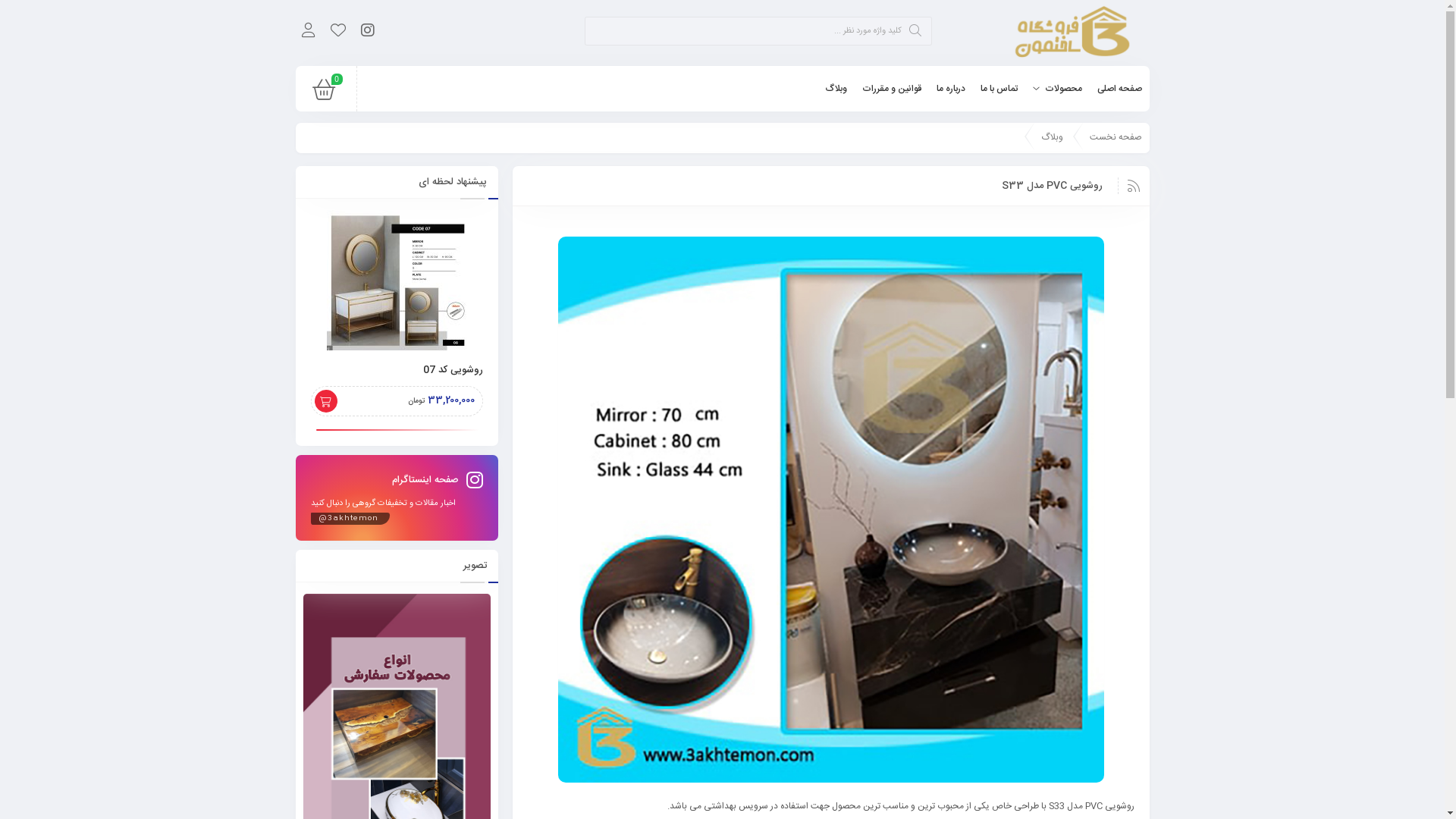 Image resolution: width=1456 pixels, height=819 pixels. I want to click on '0', so click(323, 93).